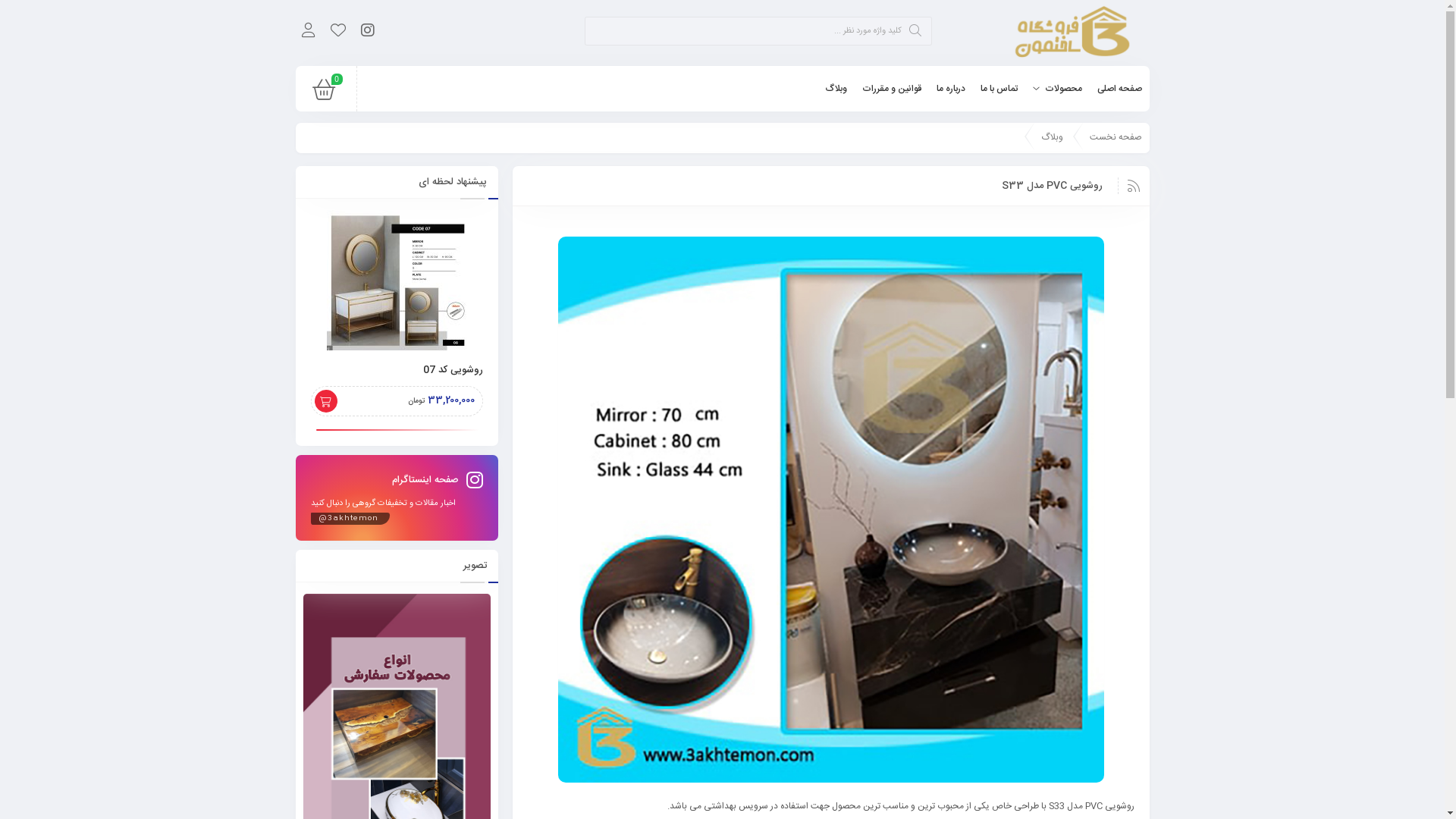 Image resolution: width=1456 pixels, height=819 pixels. I want to click on '0', so click(323, 93).